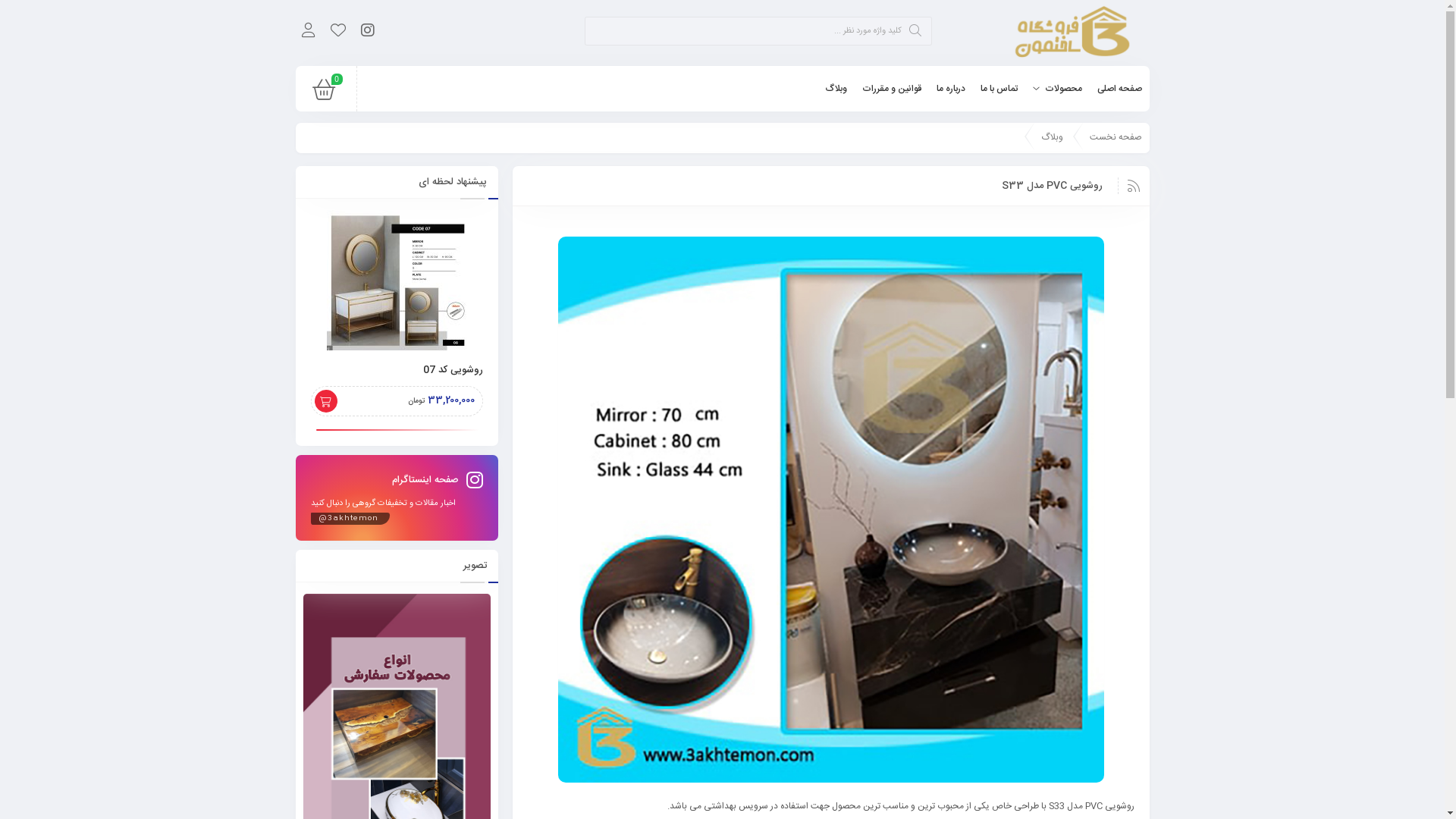 Image resolution: width=1456 pixels, height=819 pixels. I want to click on '0', so click(323, 93).